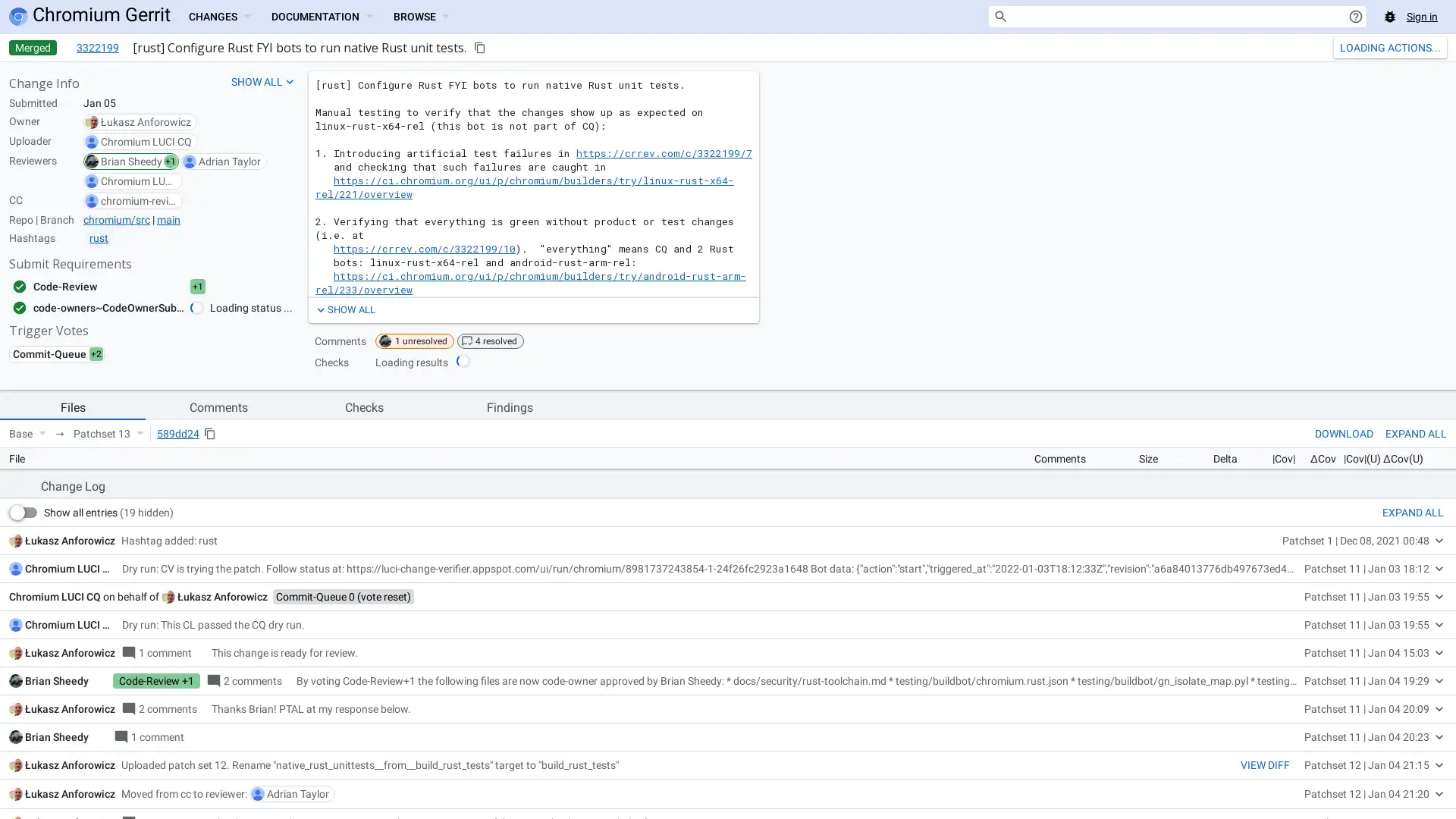 This screenshot has height=819, width=1456. I want to click on ukasz Anforowicz, so click(221, 805).